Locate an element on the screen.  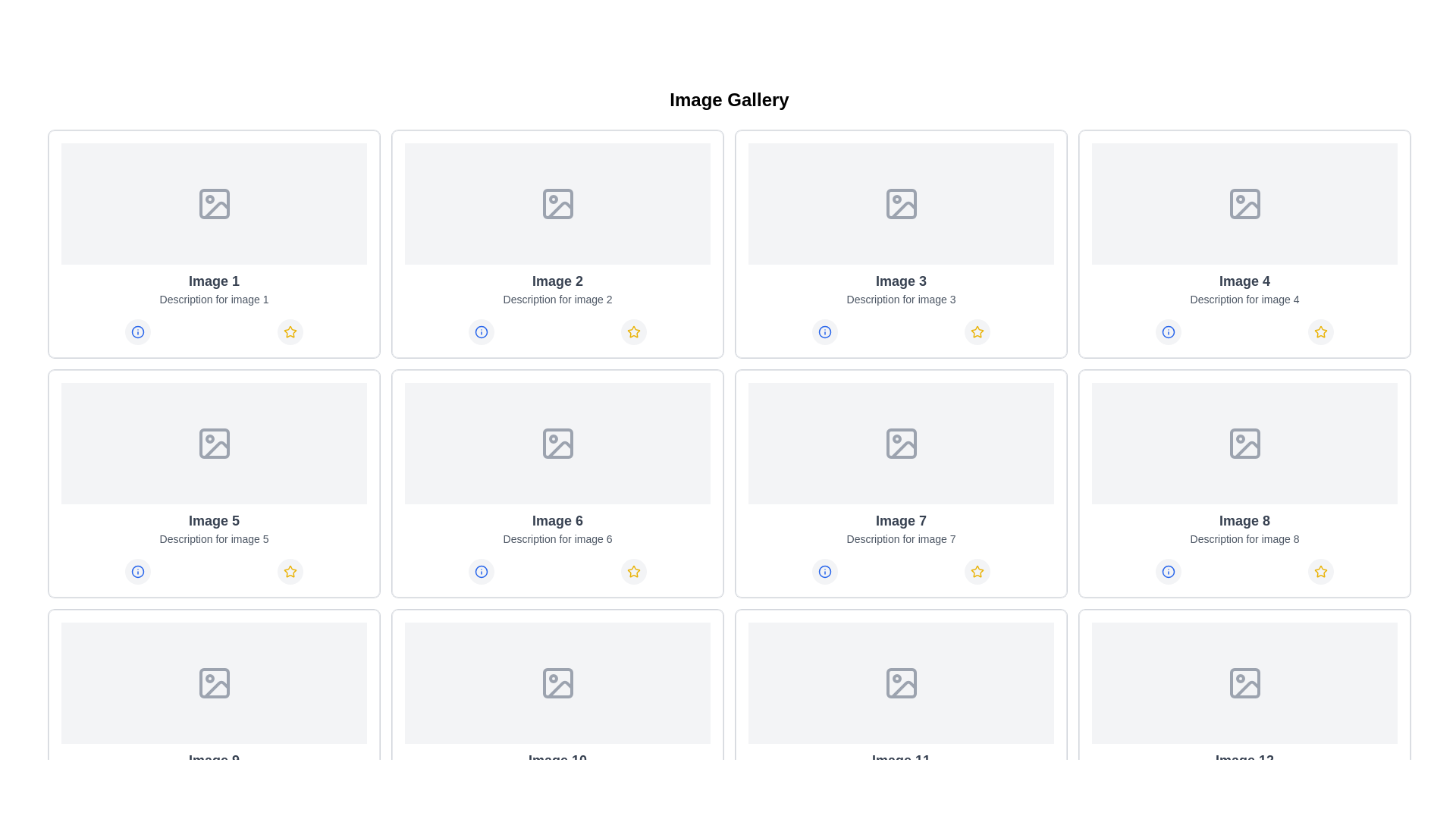
text label located in the fourth card from the left in the top row, positioned below the image placeholder and above the description text is located at coordinates (1244, 281).